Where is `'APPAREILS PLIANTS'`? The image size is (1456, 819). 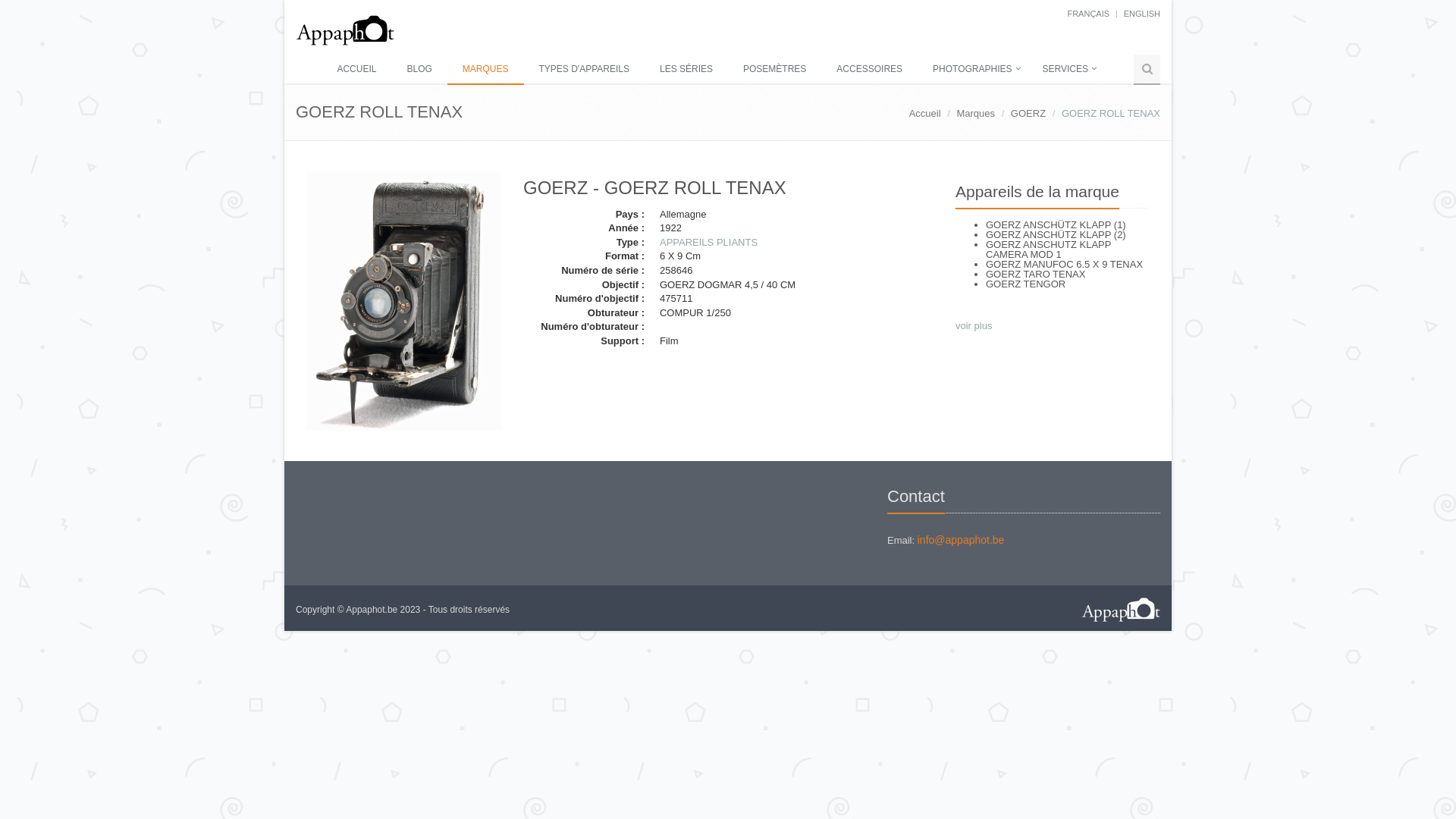
'APPAREILS PLIANTS' is located at coordinates (708, 241).